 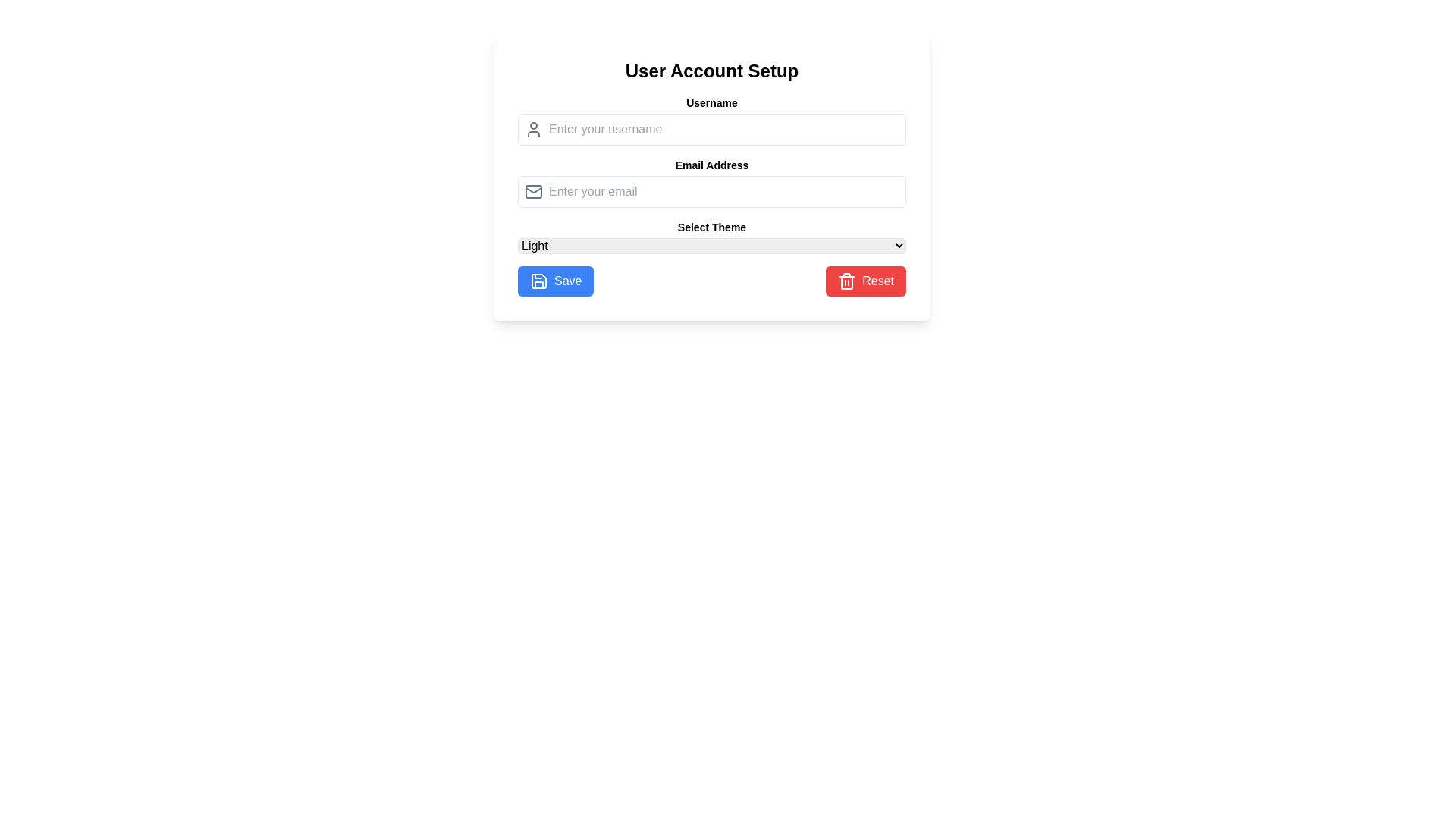 What do you see at coordinates (711, 245) in the screenshot?
I see `the theme selection dropdown menu located under the 'Select Theme' text and navigate through the options` at bounding box center [711, 245].